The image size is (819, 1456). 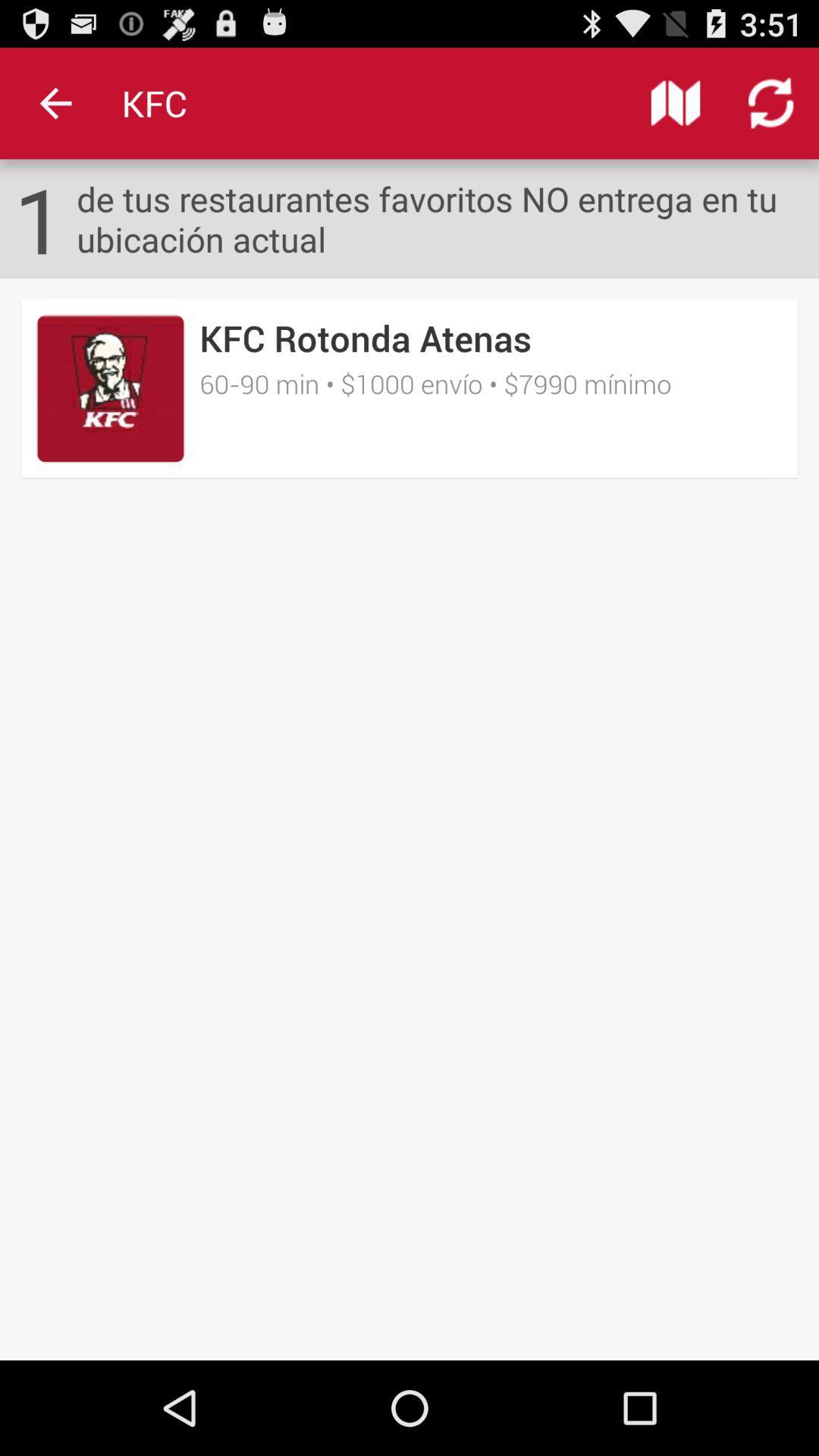 What do you see at coordinates (109, 388) in the screenshot?
I see `the item below the 1 icon` at bounding box center [109, 388].